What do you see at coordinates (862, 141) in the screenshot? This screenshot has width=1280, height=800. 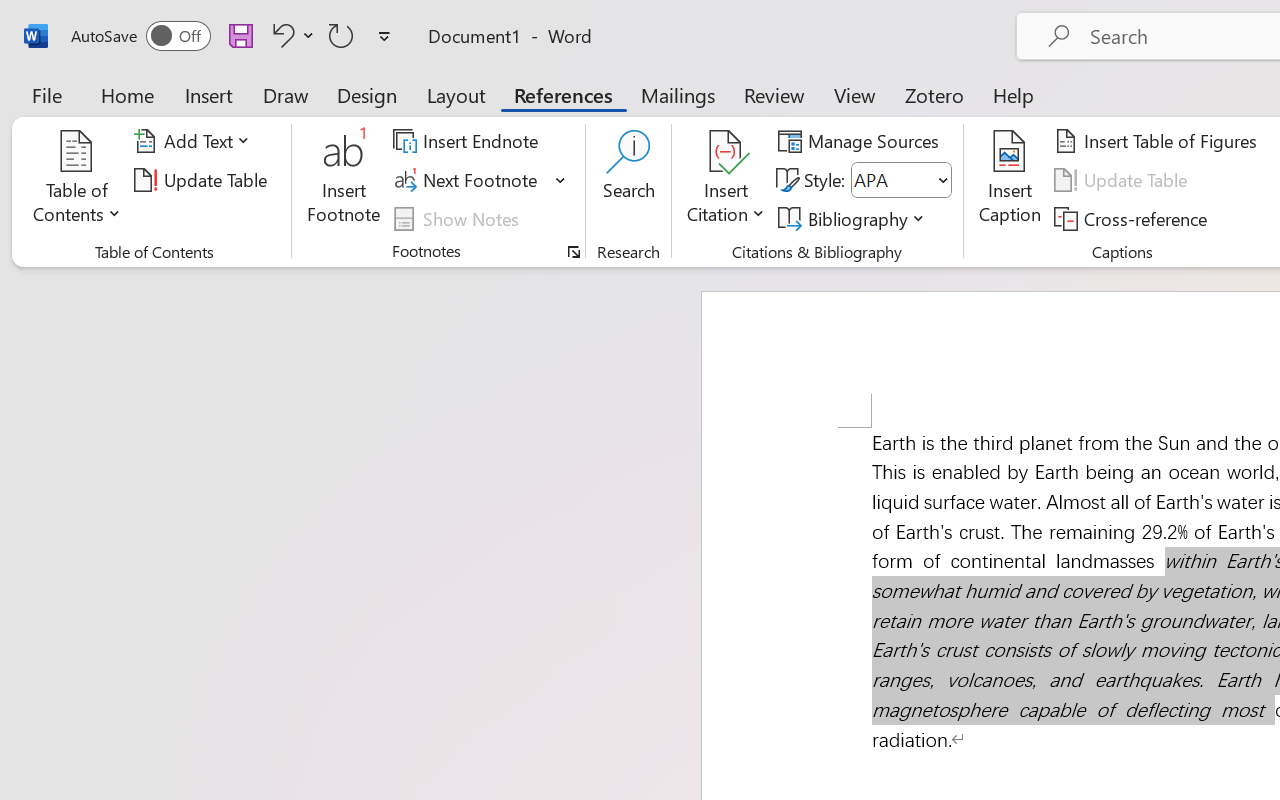 I see `'Manage Sources...'` at bounding box center [862, 141].